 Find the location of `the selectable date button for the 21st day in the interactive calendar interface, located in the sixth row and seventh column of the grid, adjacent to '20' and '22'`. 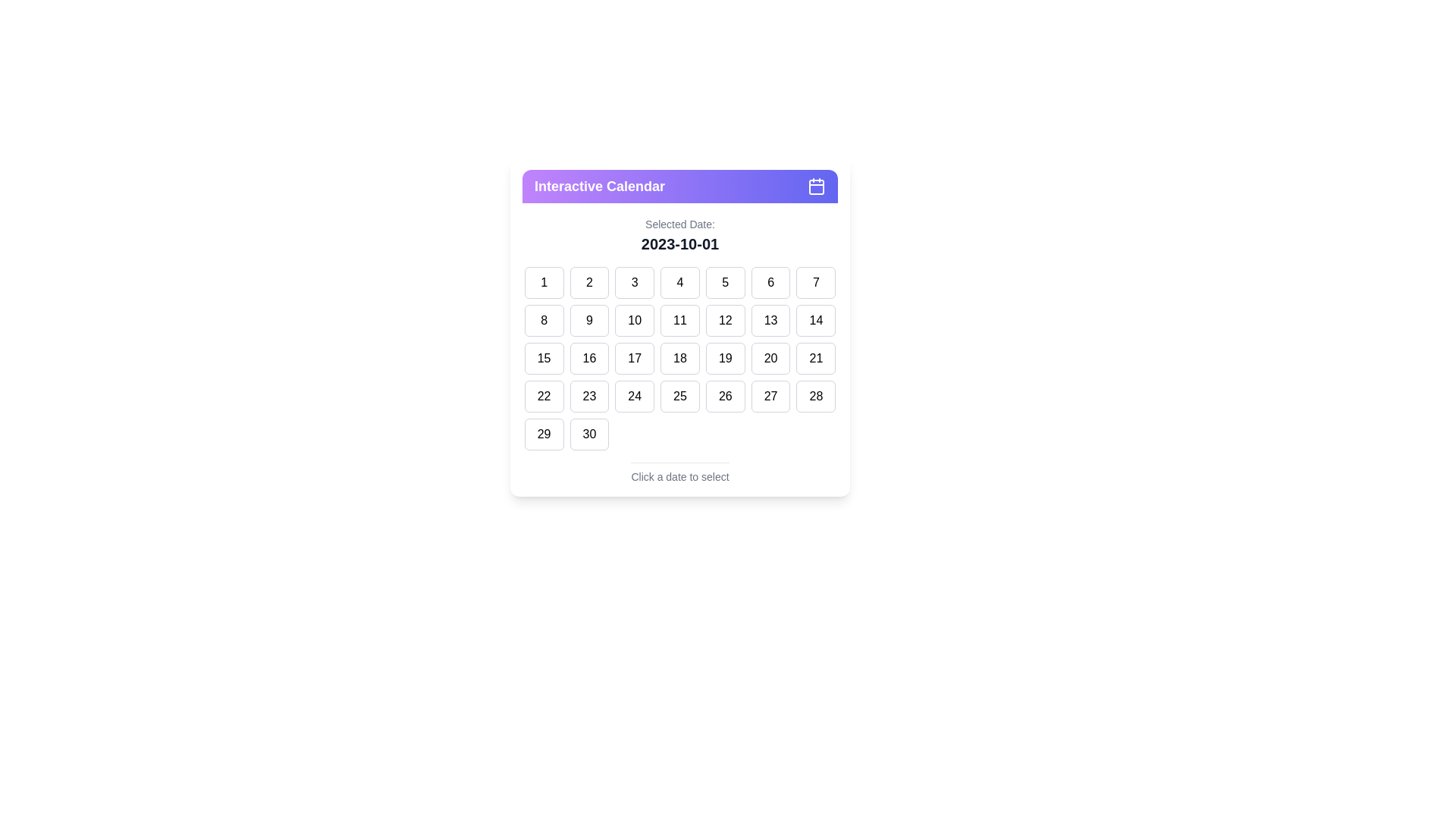

the selectable date button for the 21st day in the interactive calendar interface, located in the sixth row and seventh column of the grid, adjacent to '20' and '22' is located at coordinates (815, 359).